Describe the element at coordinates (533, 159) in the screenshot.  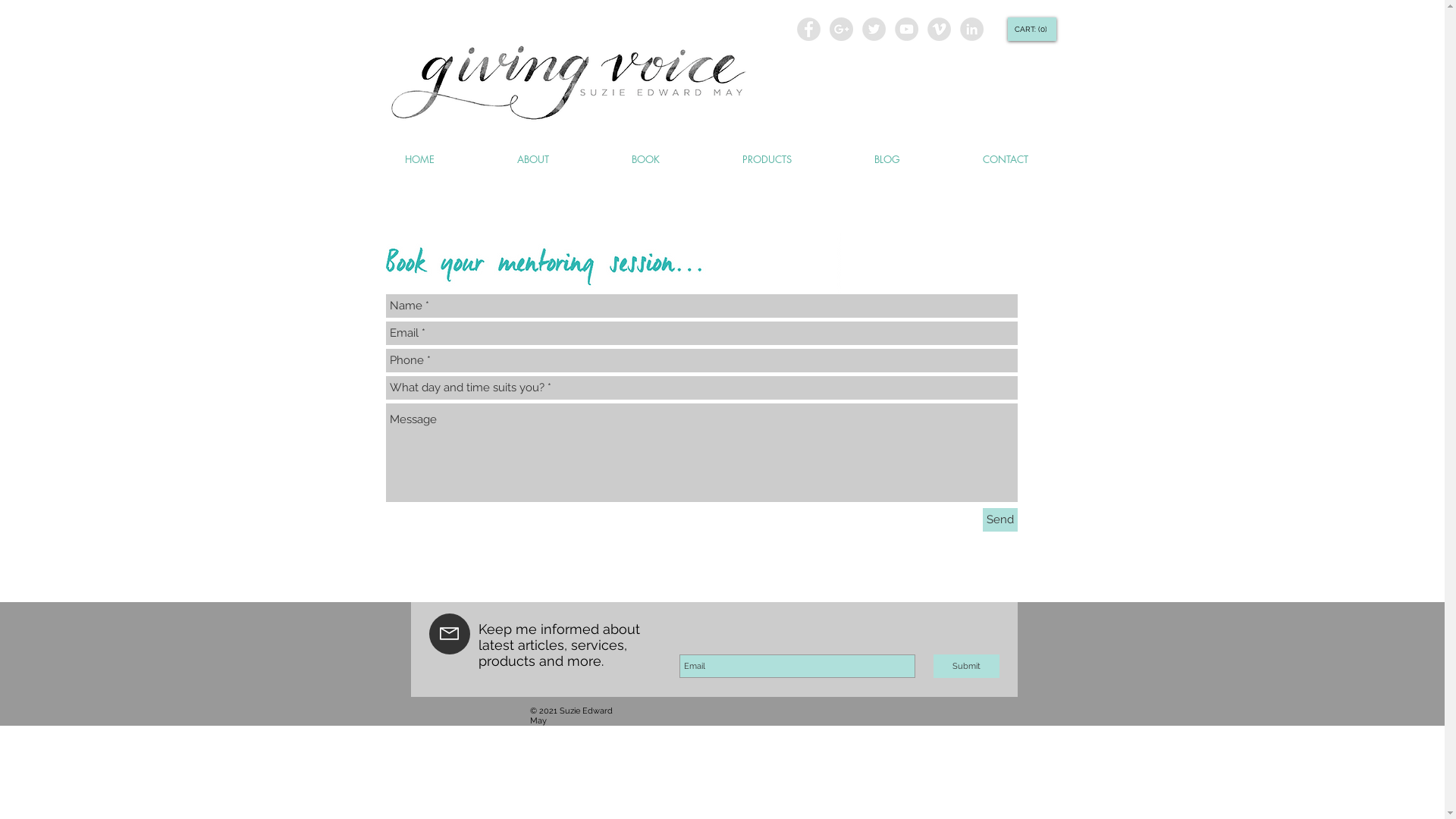
I see `'ABOUT'` at that location.